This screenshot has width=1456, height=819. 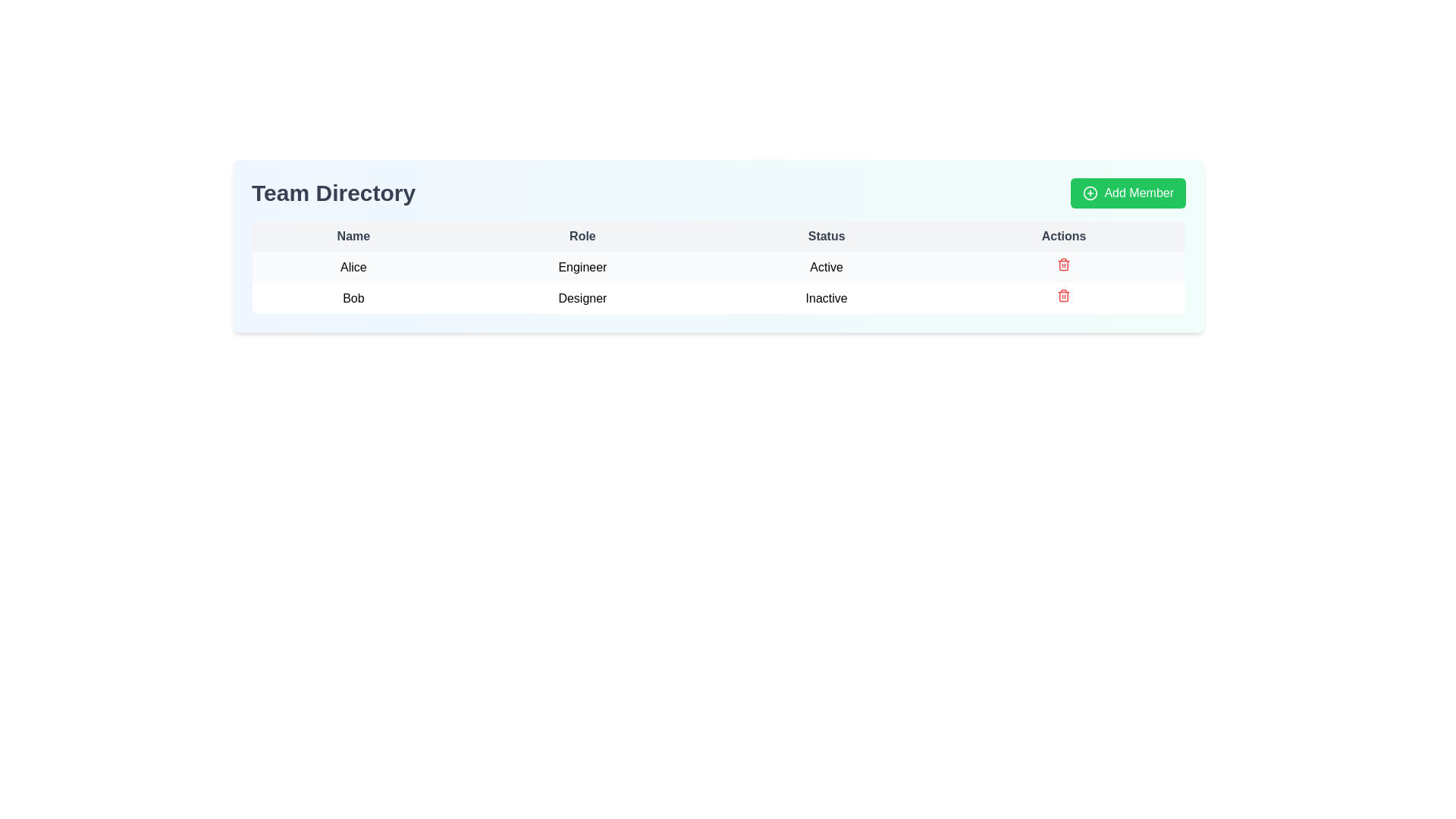 I want to click on the green 'Add Member' button located, so click(x=1128, y=192).